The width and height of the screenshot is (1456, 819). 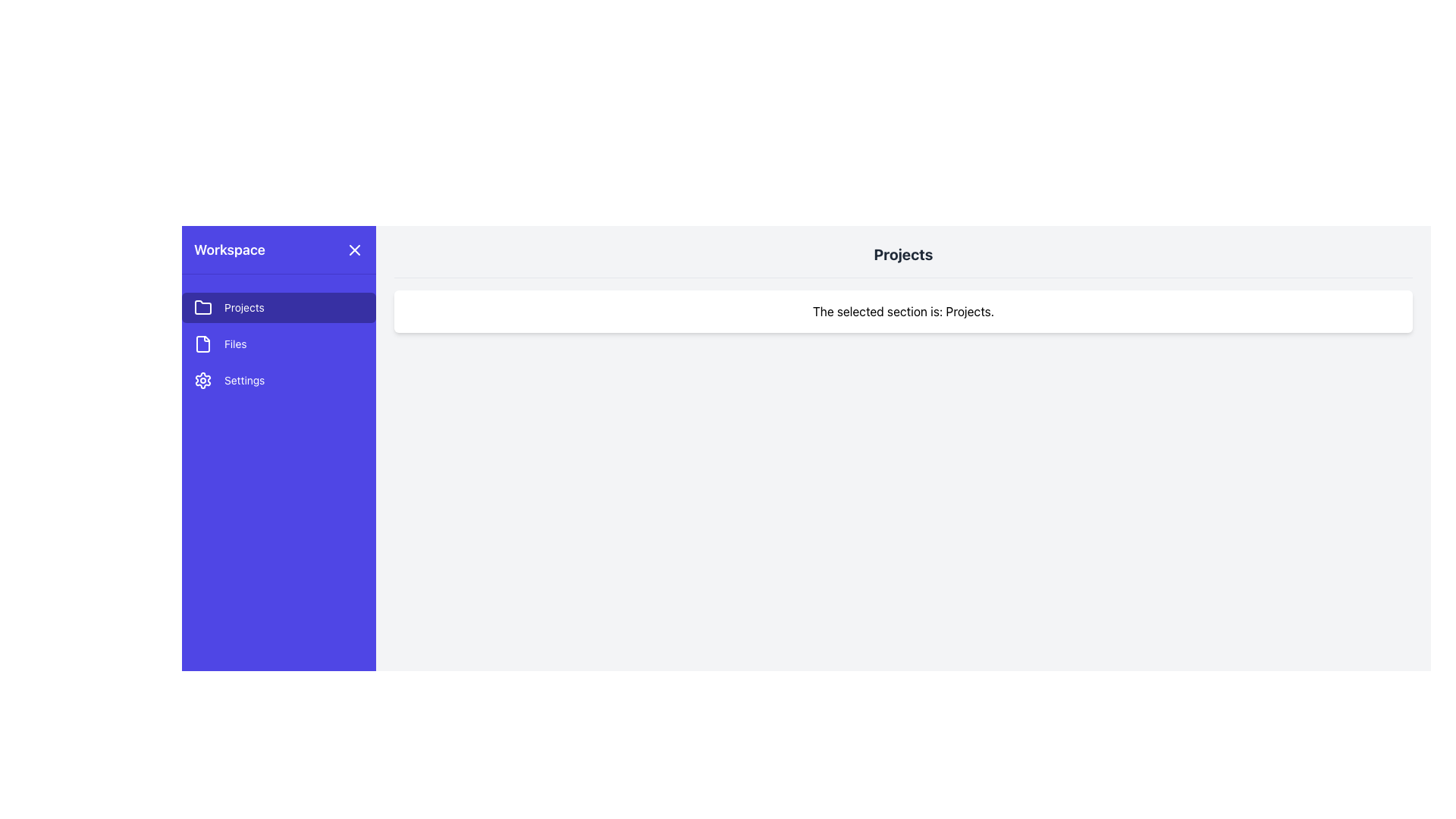 I want to click on the white, rounded rectangle Text Label that contains the text 'The selected section is: Projects.', so click(x=903, y=311).